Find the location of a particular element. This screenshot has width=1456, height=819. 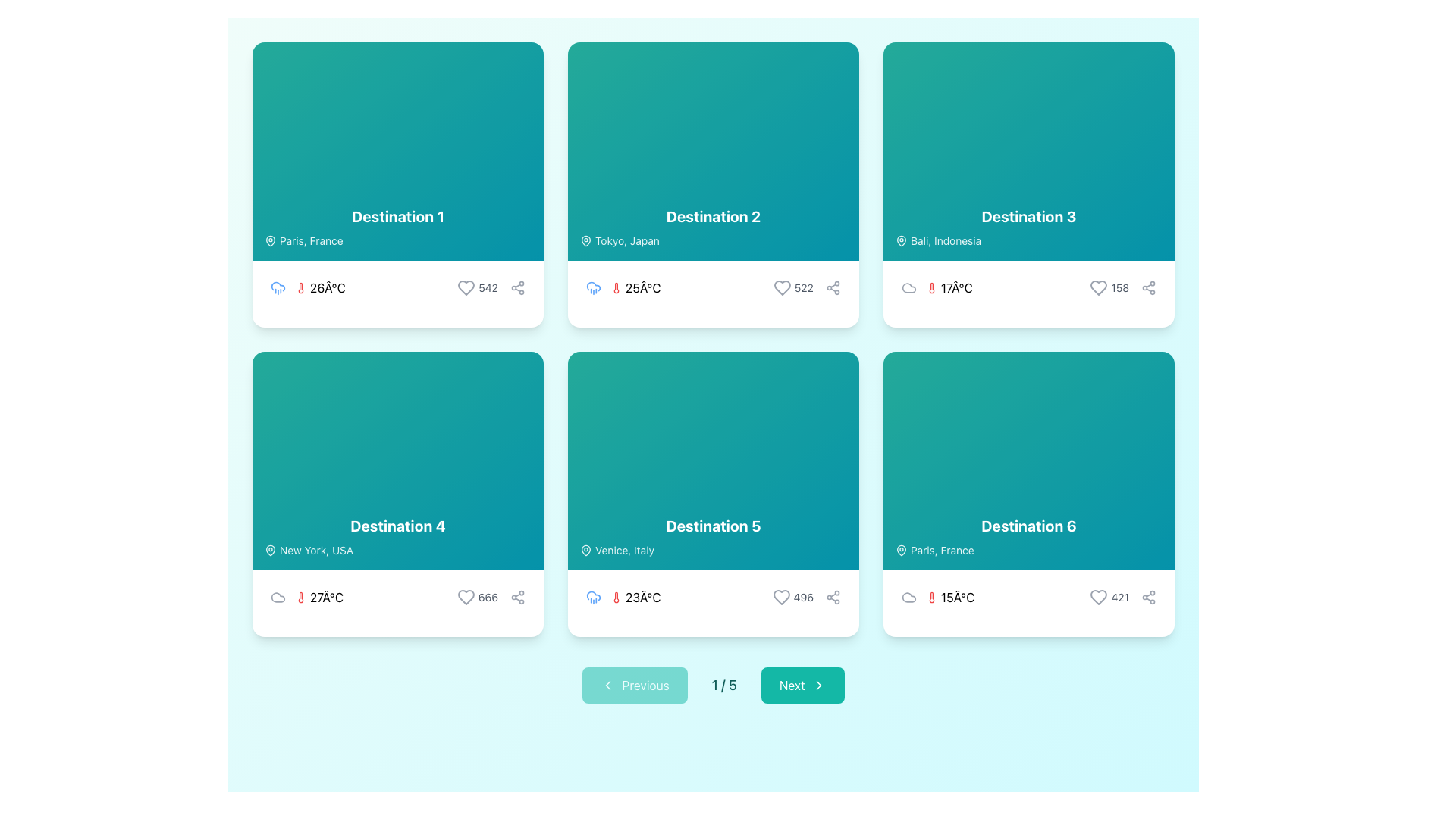

the chevron SVG icon located to the right of the 'Next' label in the navigation button at the bottom of the interface is located at coordinates (817, 685).